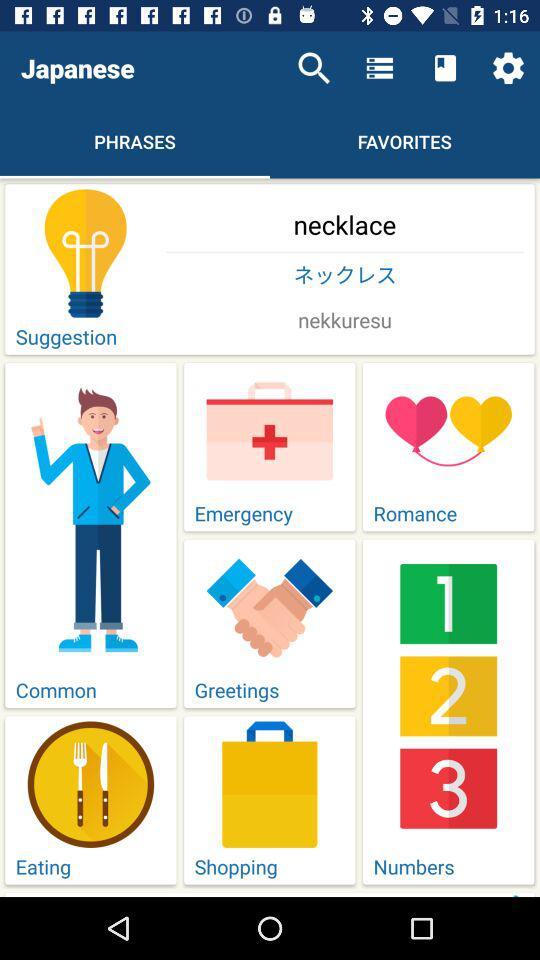 The height and width of the screenshot is (960, 540). Describe the element at coordinates (270, 623) in the screenshot. I see `greetings` at that location.